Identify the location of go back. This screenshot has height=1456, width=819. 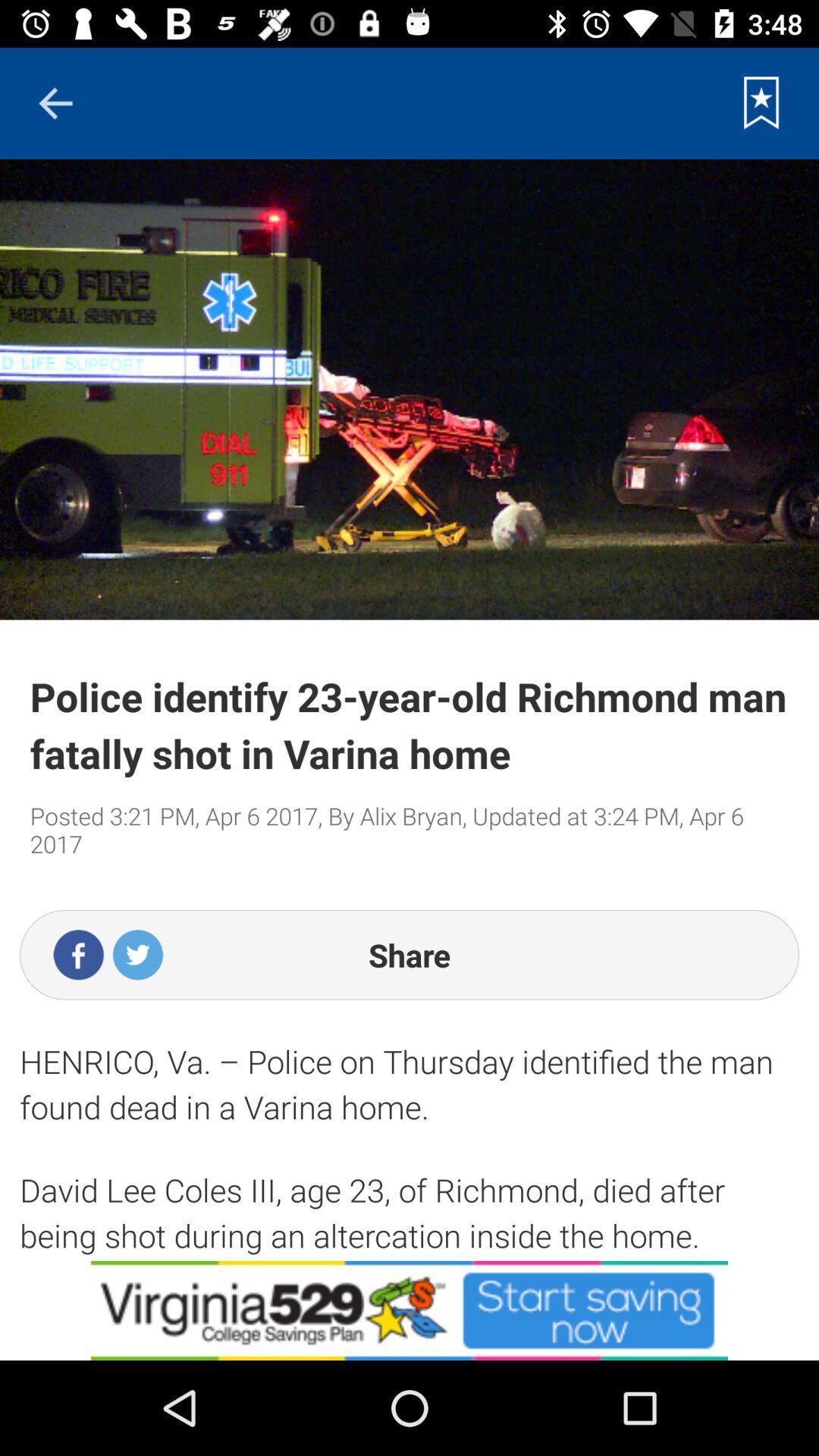
(55, 102).